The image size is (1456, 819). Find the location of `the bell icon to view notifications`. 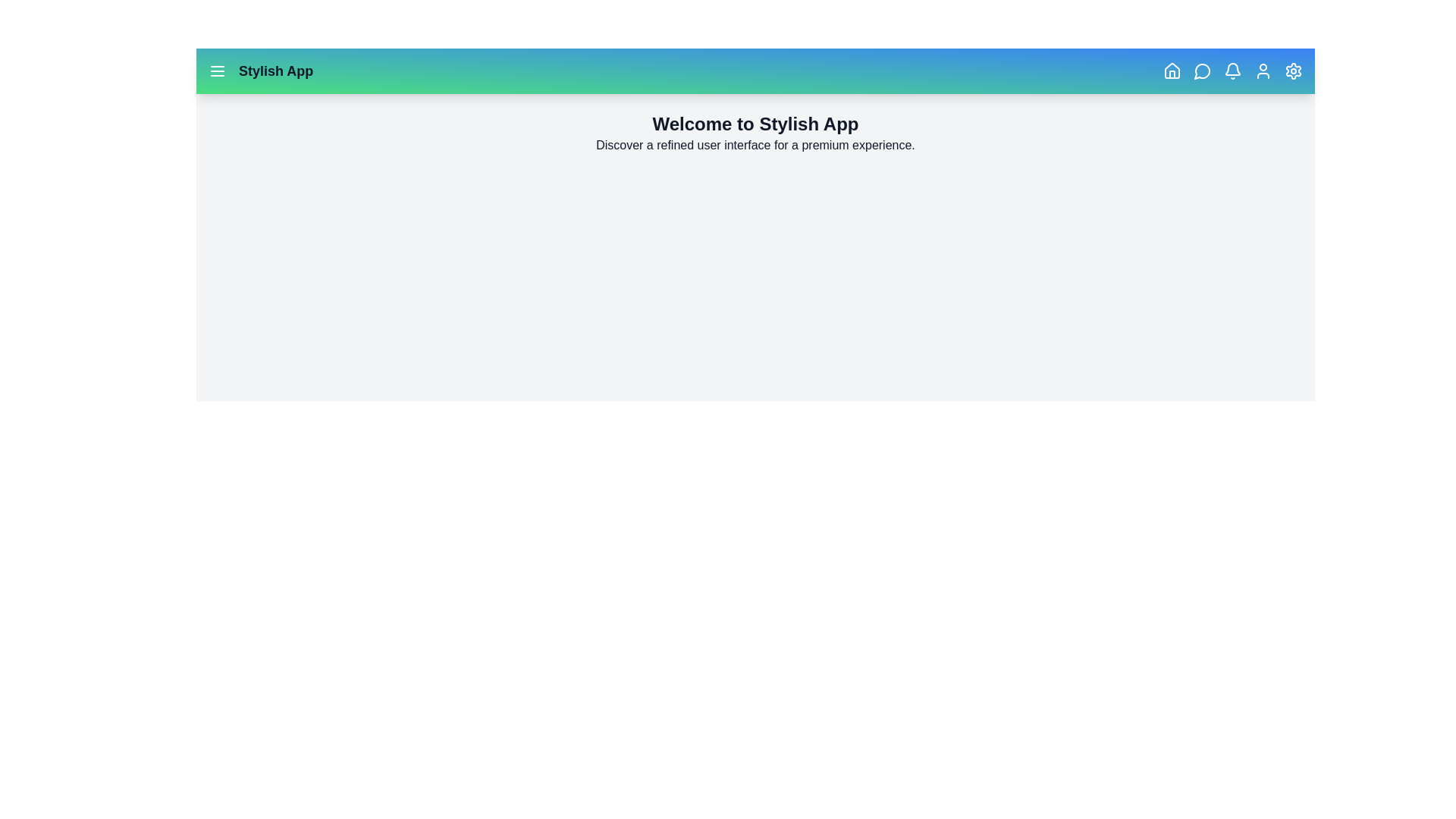

the bell icon to view notifications is located at coordinates (1233, 71).